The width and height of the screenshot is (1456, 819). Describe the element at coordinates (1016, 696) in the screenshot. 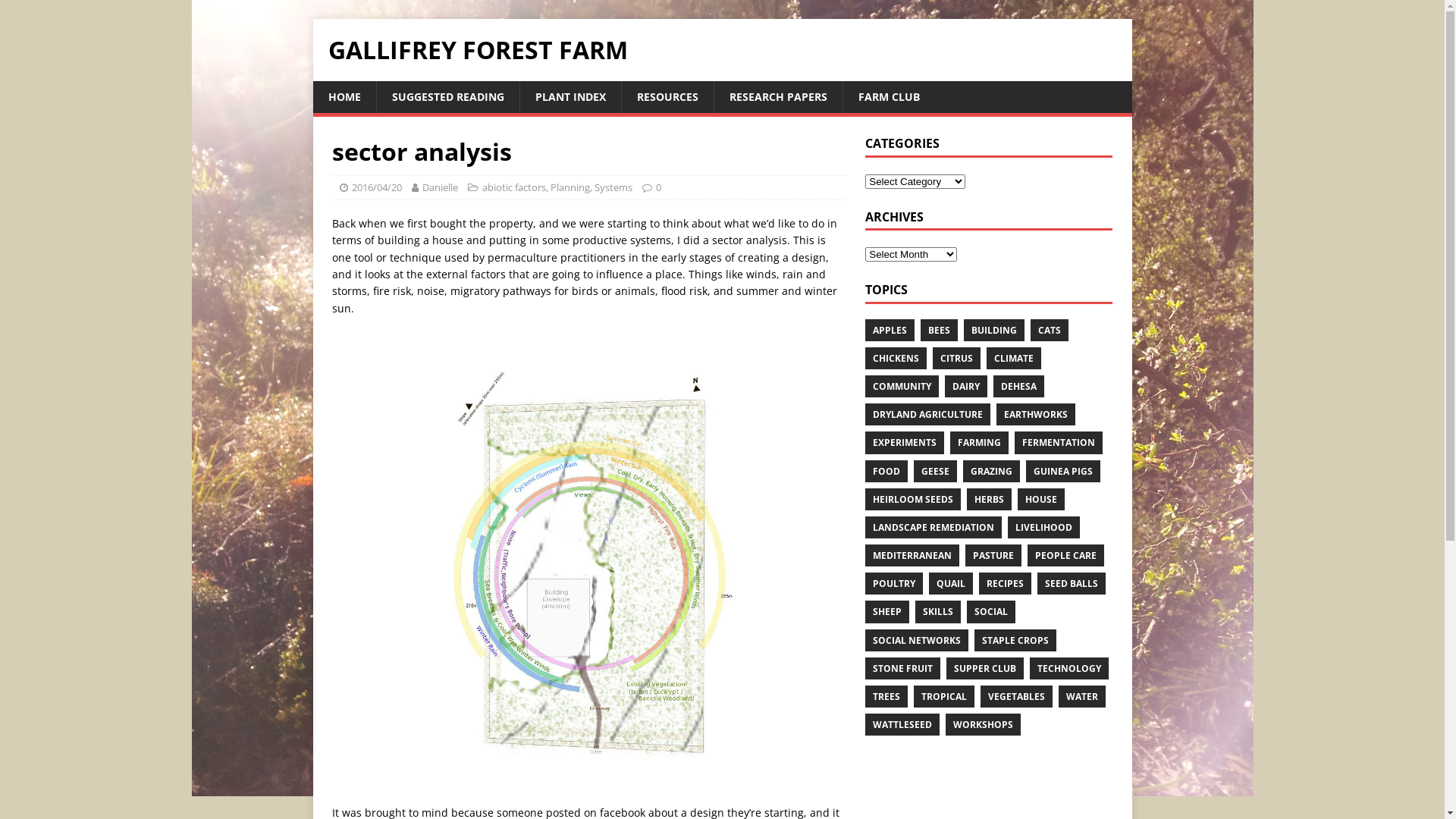

I see `'VEGETABLES'` at that location.